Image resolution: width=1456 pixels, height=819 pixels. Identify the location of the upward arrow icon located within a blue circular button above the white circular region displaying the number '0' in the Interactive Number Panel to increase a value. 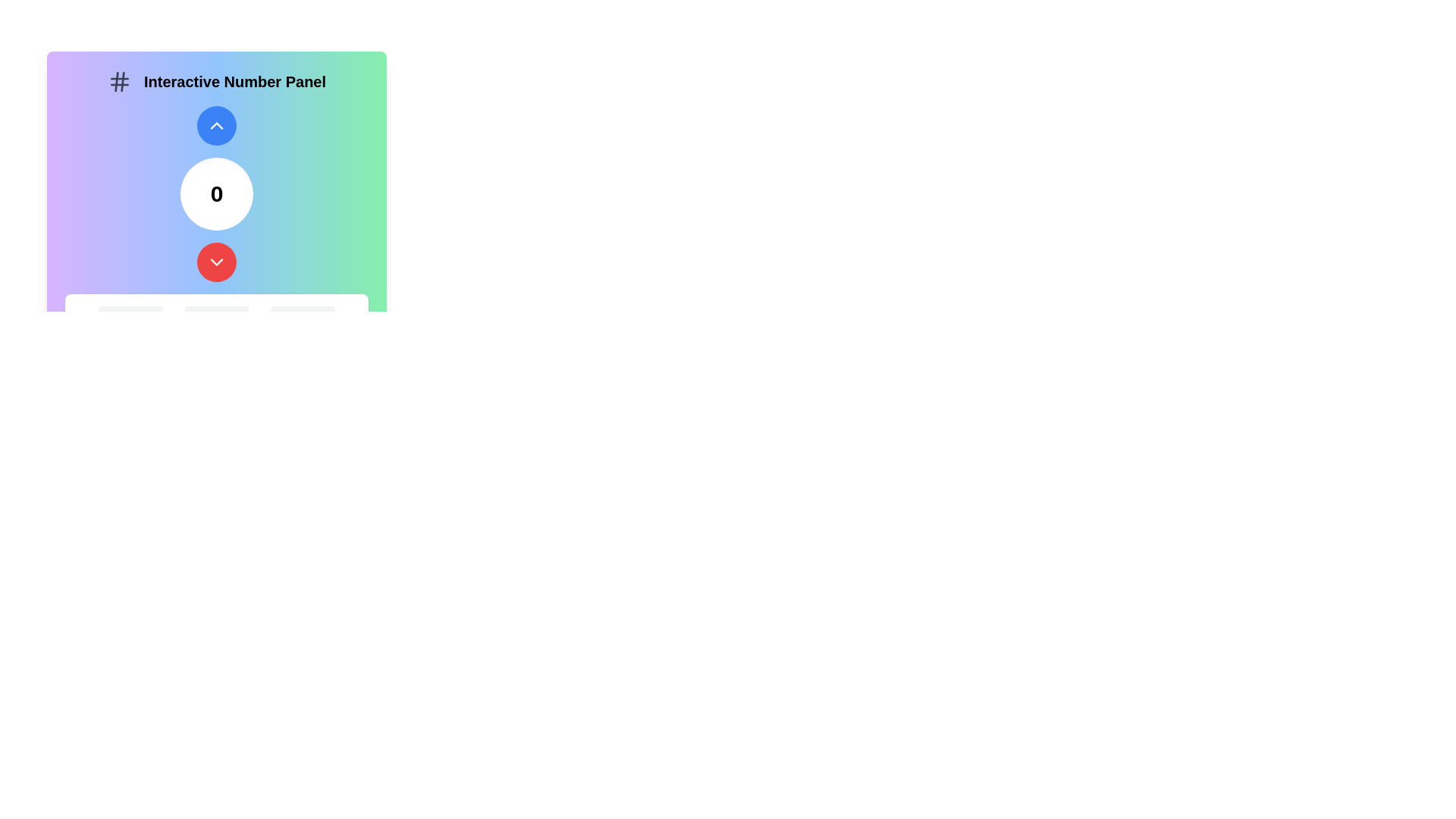
(216, 124).